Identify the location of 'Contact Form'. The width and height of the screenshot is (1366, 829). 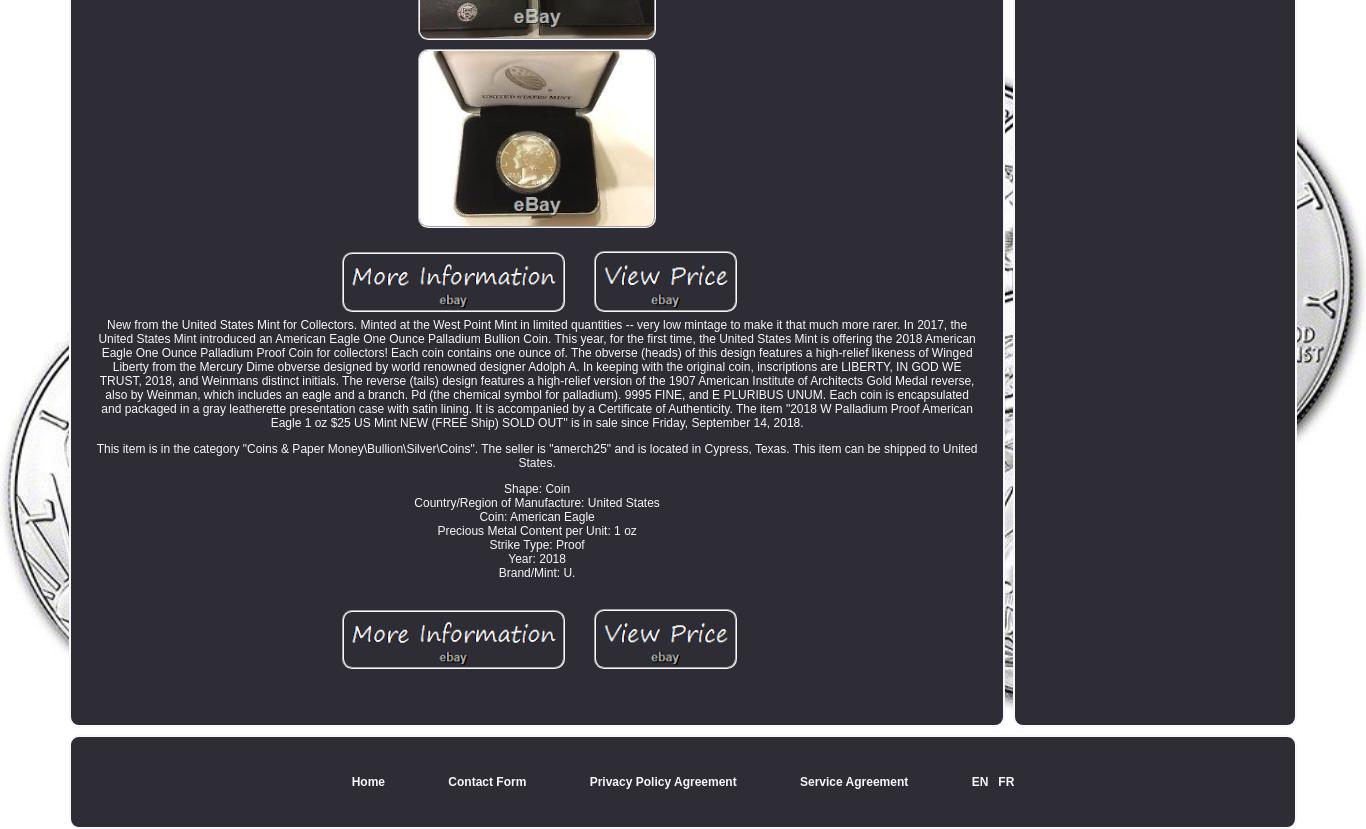
(447, 781).